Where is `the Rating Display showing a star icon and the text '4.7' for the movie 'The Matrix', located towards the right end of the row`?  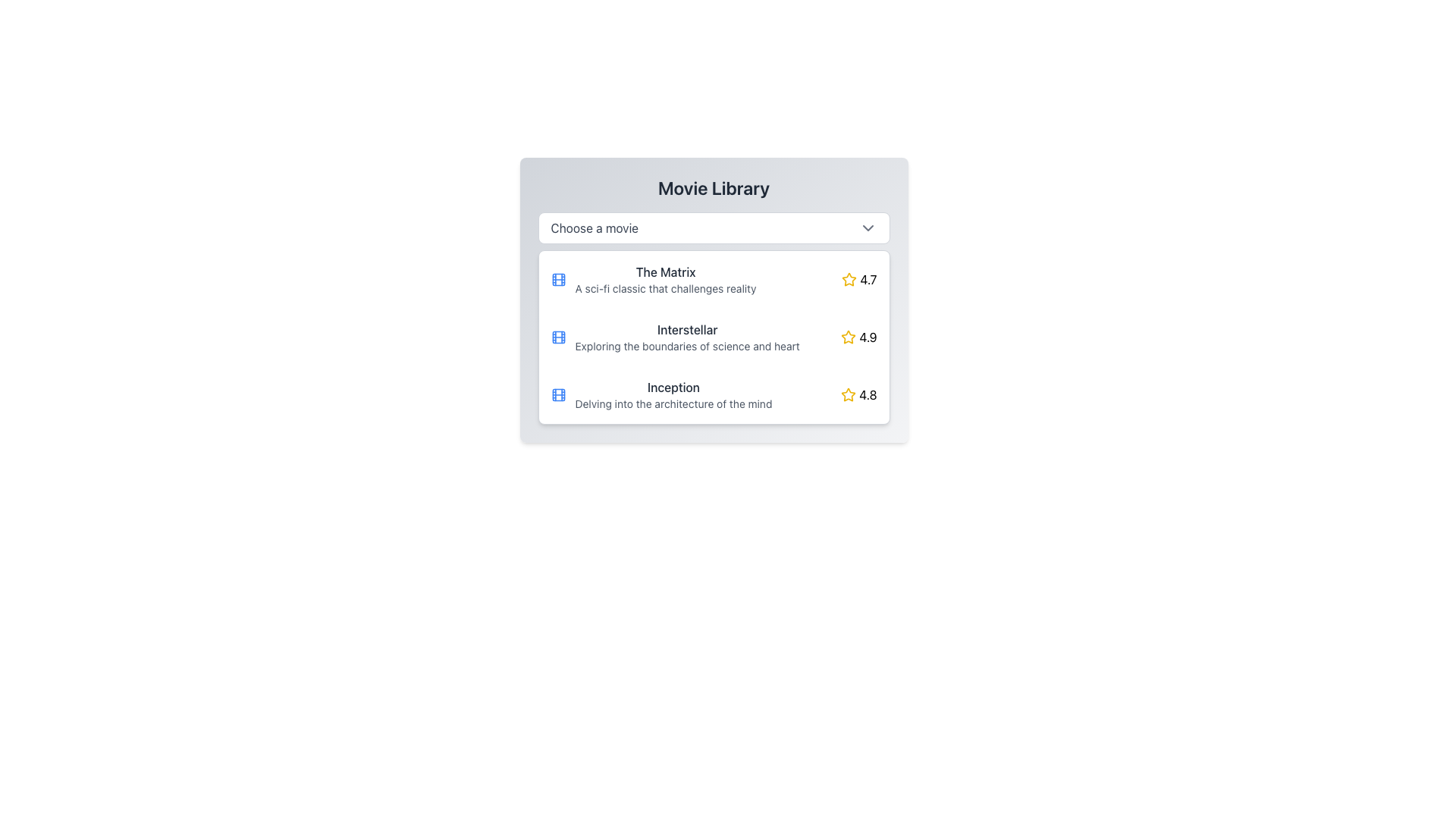 the Rating Display showing a star icon and the text '4.7' for the movie 'The Matrix', located towards the right end of the row is located at coordinates (859, 280).